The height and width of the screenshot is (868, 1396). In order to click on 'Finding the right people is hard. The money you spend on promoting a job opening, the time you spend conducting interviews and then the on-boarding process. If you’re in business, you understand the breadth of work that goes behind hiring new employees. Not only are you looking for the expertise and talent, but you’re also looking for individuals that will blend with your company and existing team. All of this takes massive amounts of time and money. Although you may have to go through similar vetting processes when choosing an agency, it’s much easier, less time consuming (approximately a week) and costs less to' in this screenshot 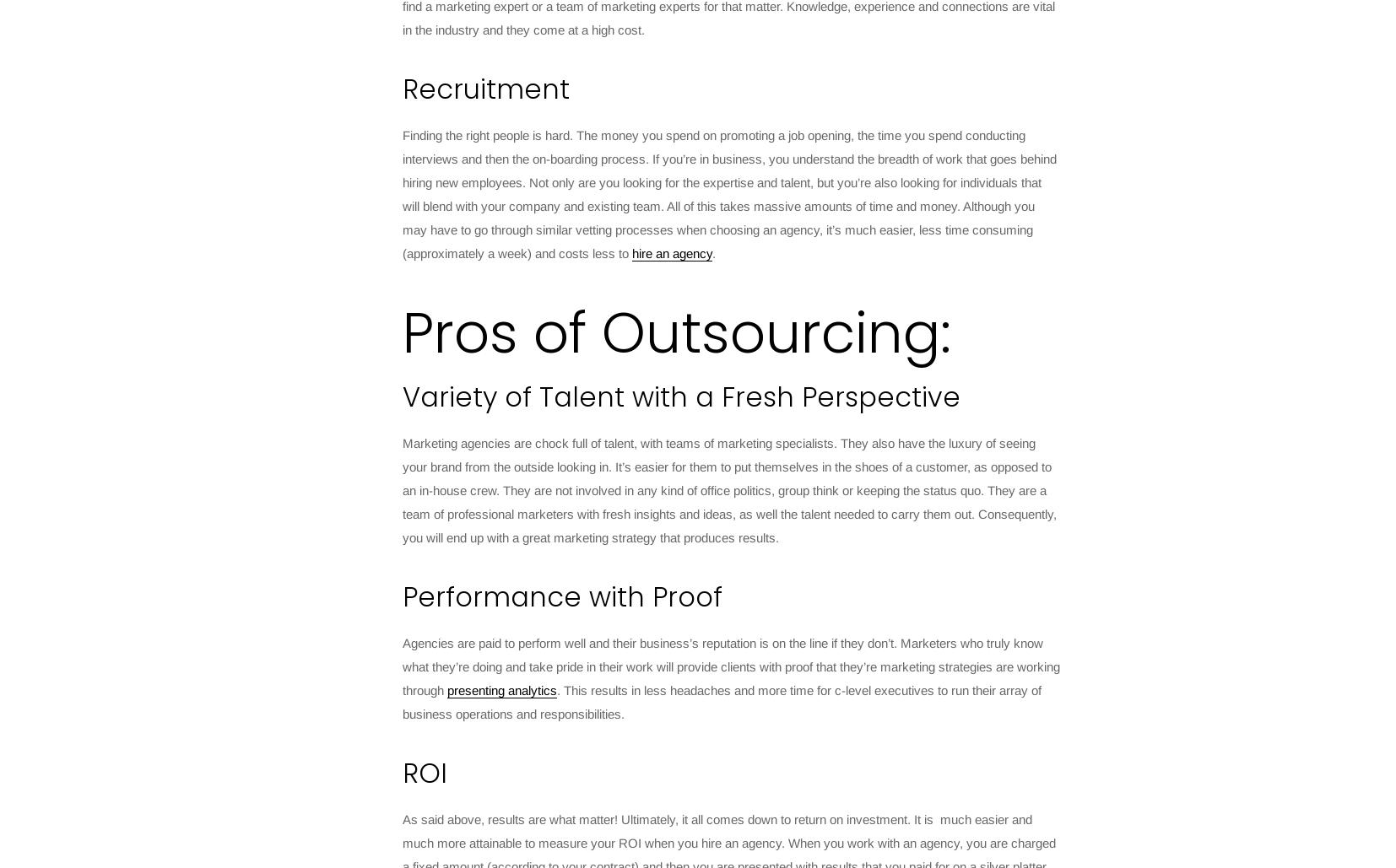, I will do `click(728, 193)`.